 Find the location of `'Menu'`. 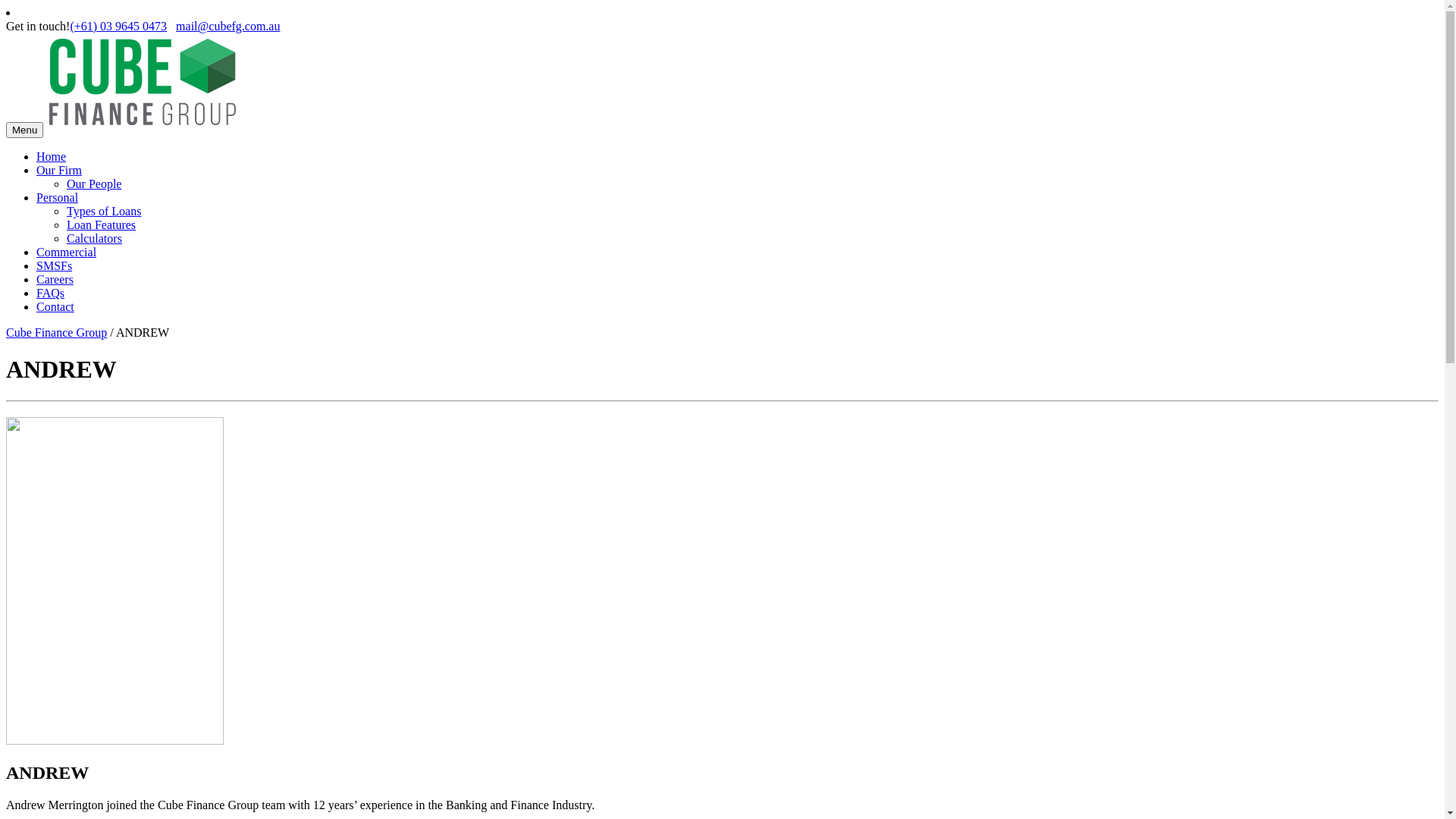

'Menu' is located at coordinates (24, 129).